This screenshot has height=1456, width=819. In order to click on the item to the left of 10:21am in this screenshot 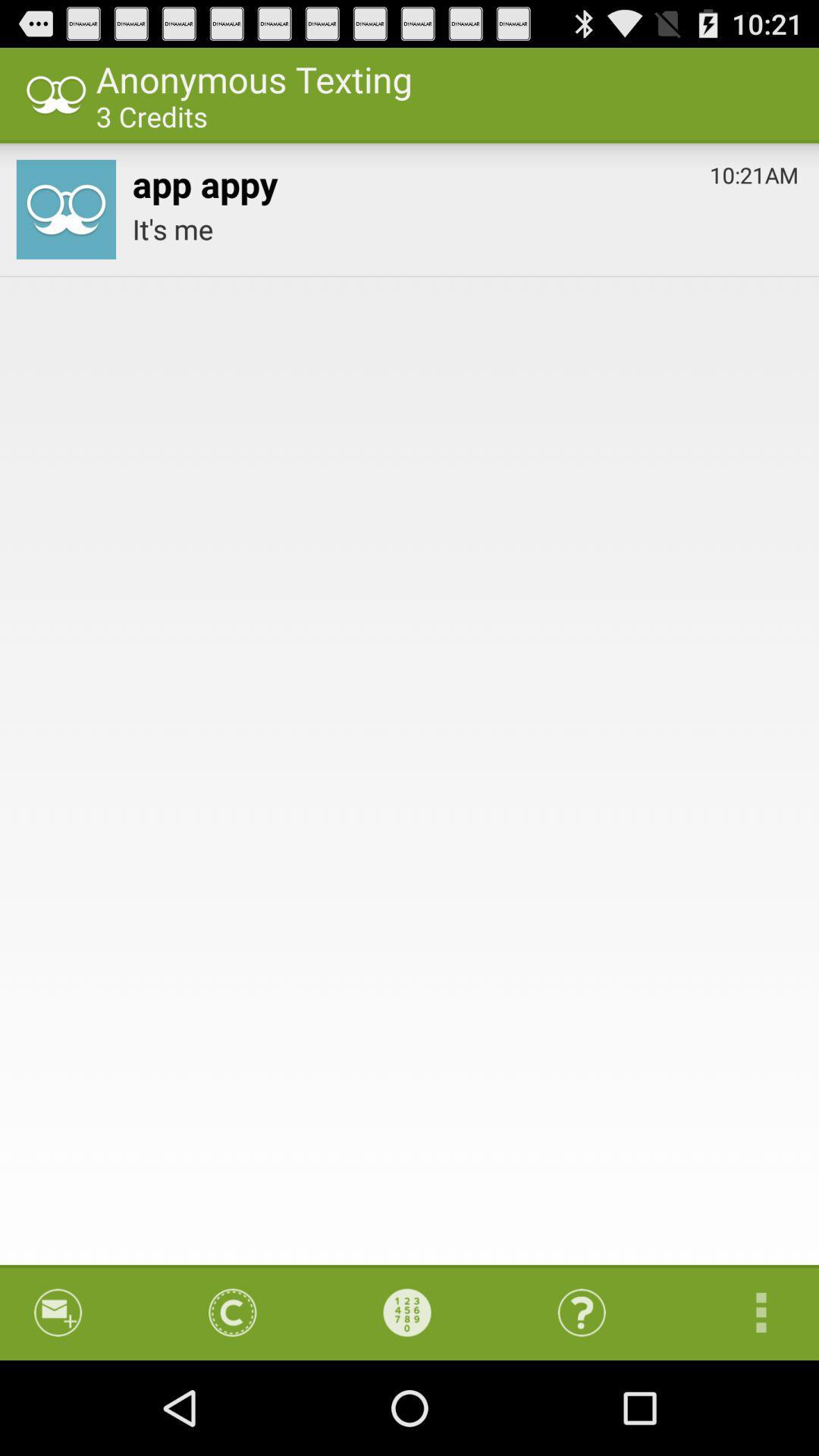, I will do `click(205, 180)`.